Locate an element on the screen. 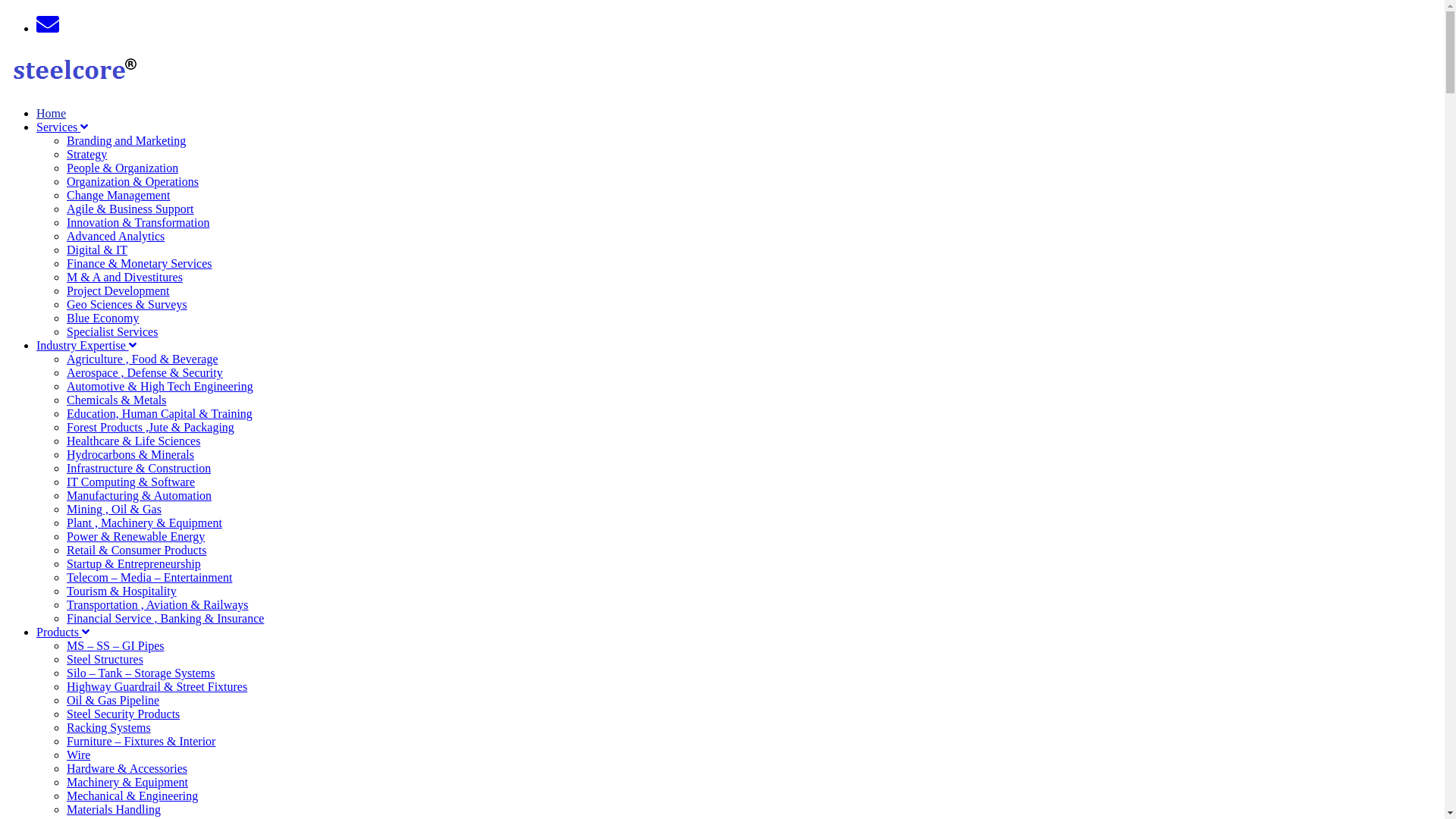 This screenshot has height=819, width=1456. 'People & Organization' is located at coordinates (122, 168).